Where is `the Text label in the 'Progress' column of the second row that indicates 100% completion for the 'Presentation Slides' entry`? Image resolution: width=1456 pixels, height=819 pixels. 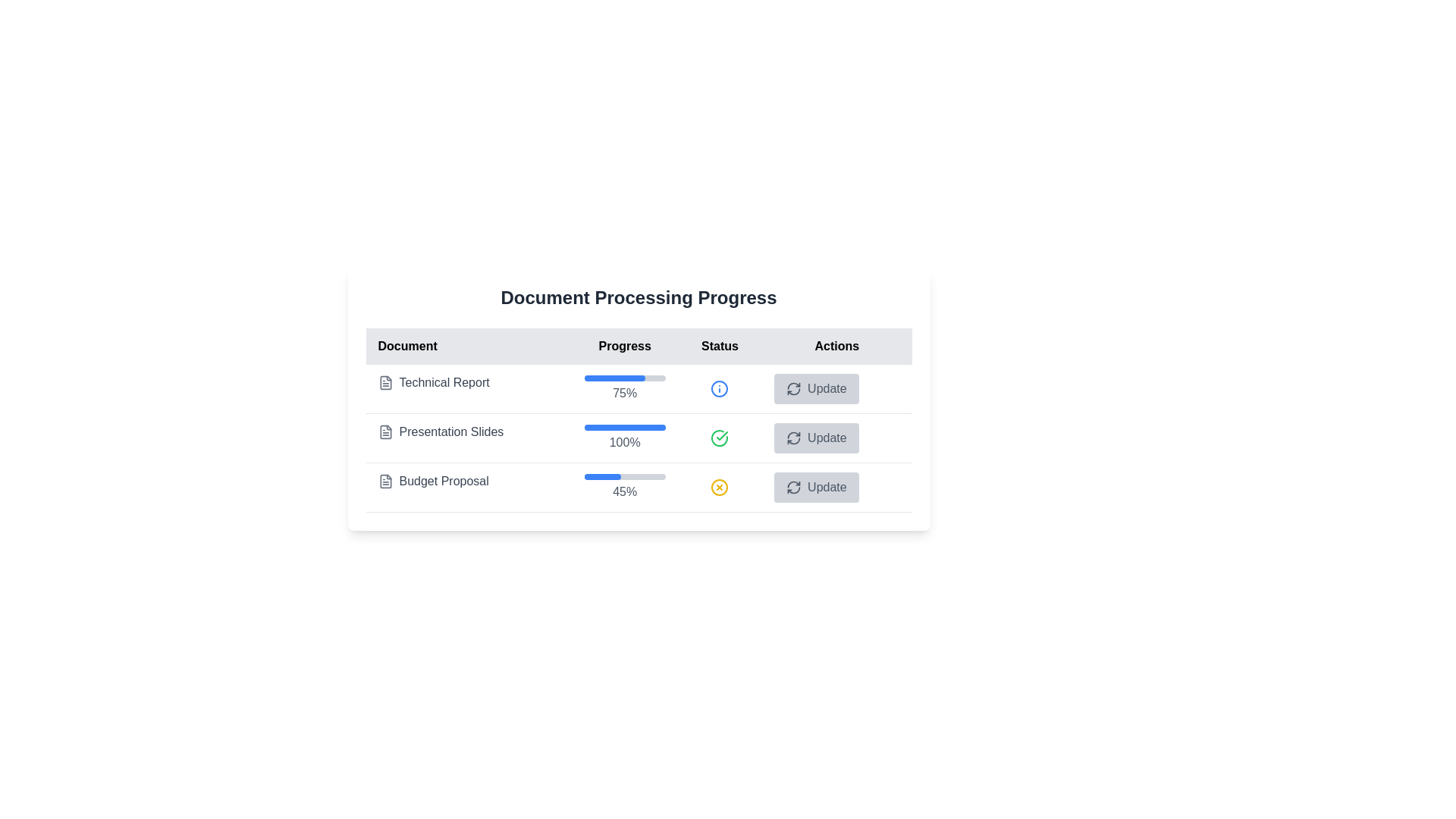 the Text label in the 'Progress' column of the second row that indicates 100% completion for the 'Presentation Slides' entry is located at coordinates (625, 442).